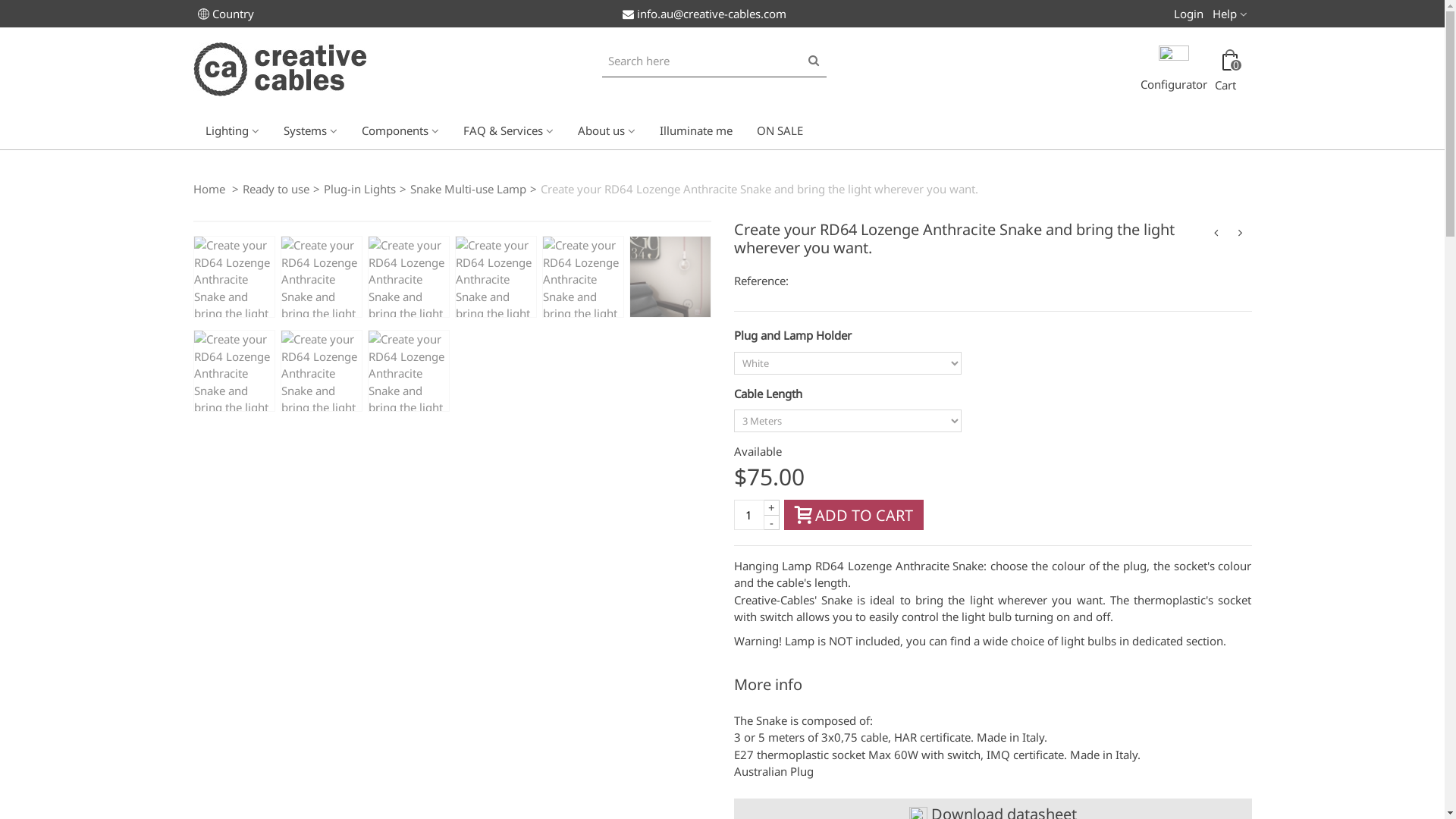 Image resolution: width=1456 pixels, height=819 pixels. What do you see at coordinates (695, 128) in the screenshot?
I see `'Illuminate me'` at bounding box center [695, 128].